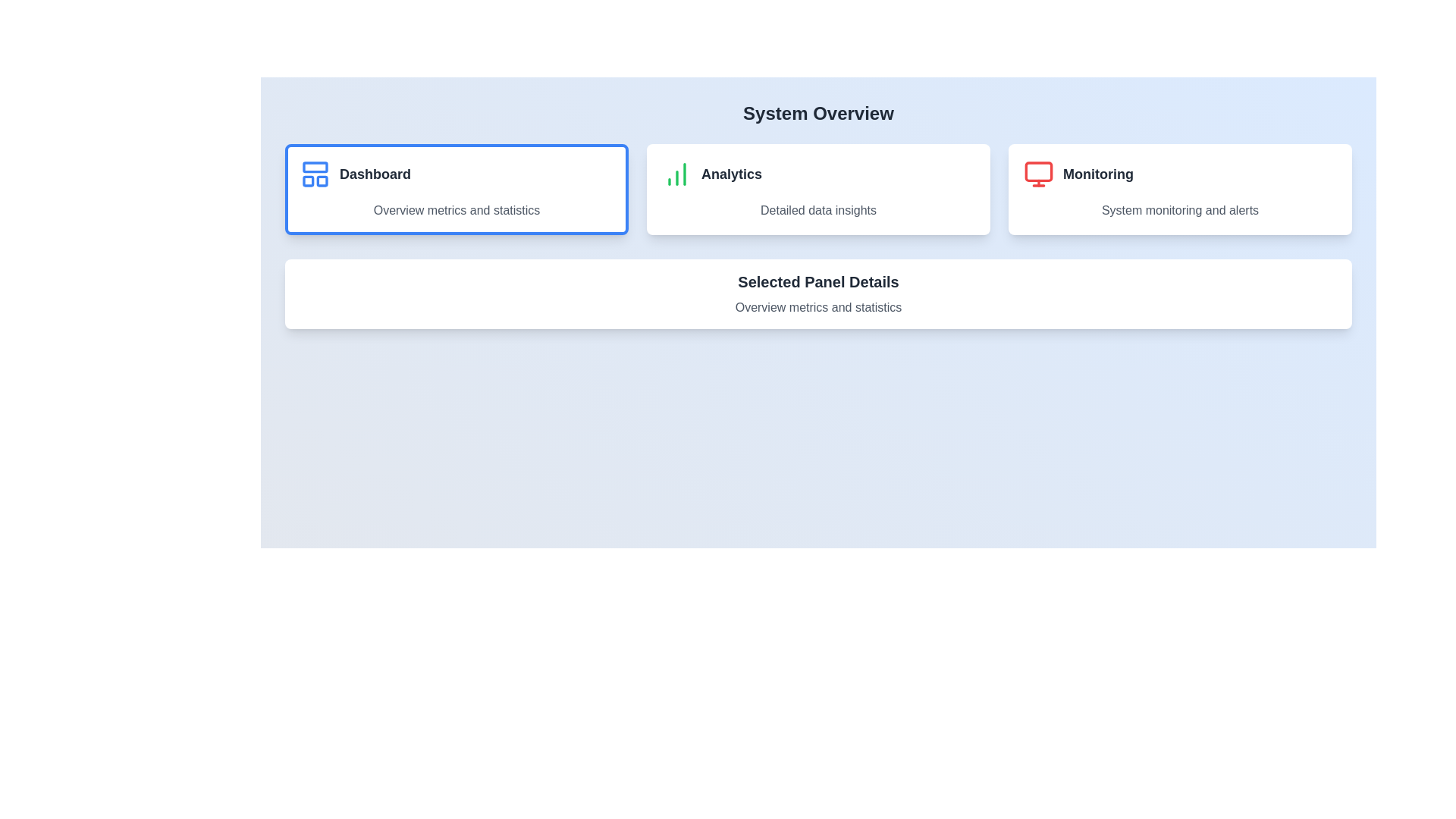 The image size is (1456, 819). What do you see at coordinates (817, 113) in the screenshot?
I see `the 'System Overview' text element, which is displayed in a bold and large font at the top of the interface with a black color and a gradient background` at bounding box center [817, 113].